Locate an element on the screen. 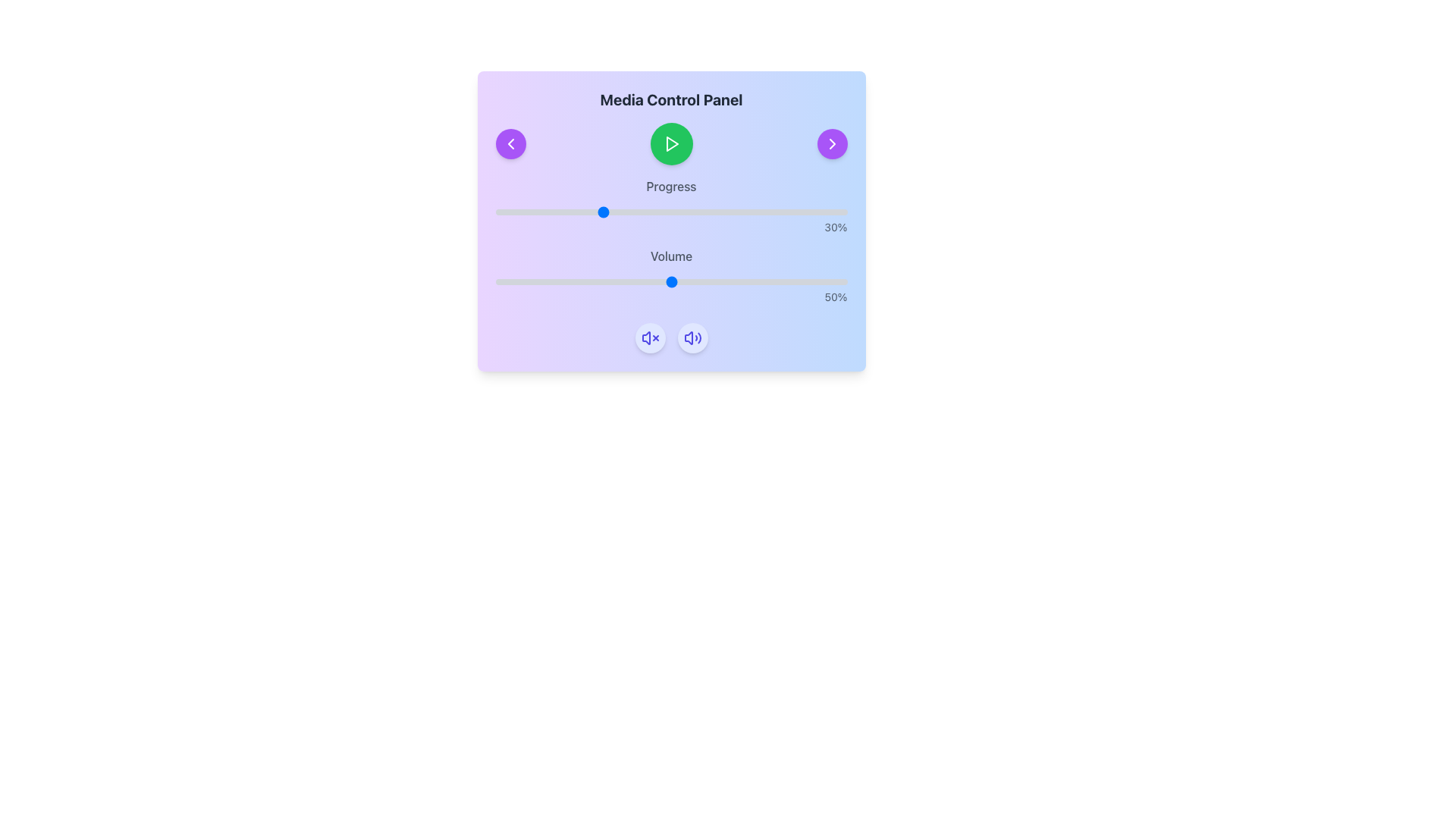 This screenshot has height=819, width=1456. the slider value is located at coordinates (814, 281).